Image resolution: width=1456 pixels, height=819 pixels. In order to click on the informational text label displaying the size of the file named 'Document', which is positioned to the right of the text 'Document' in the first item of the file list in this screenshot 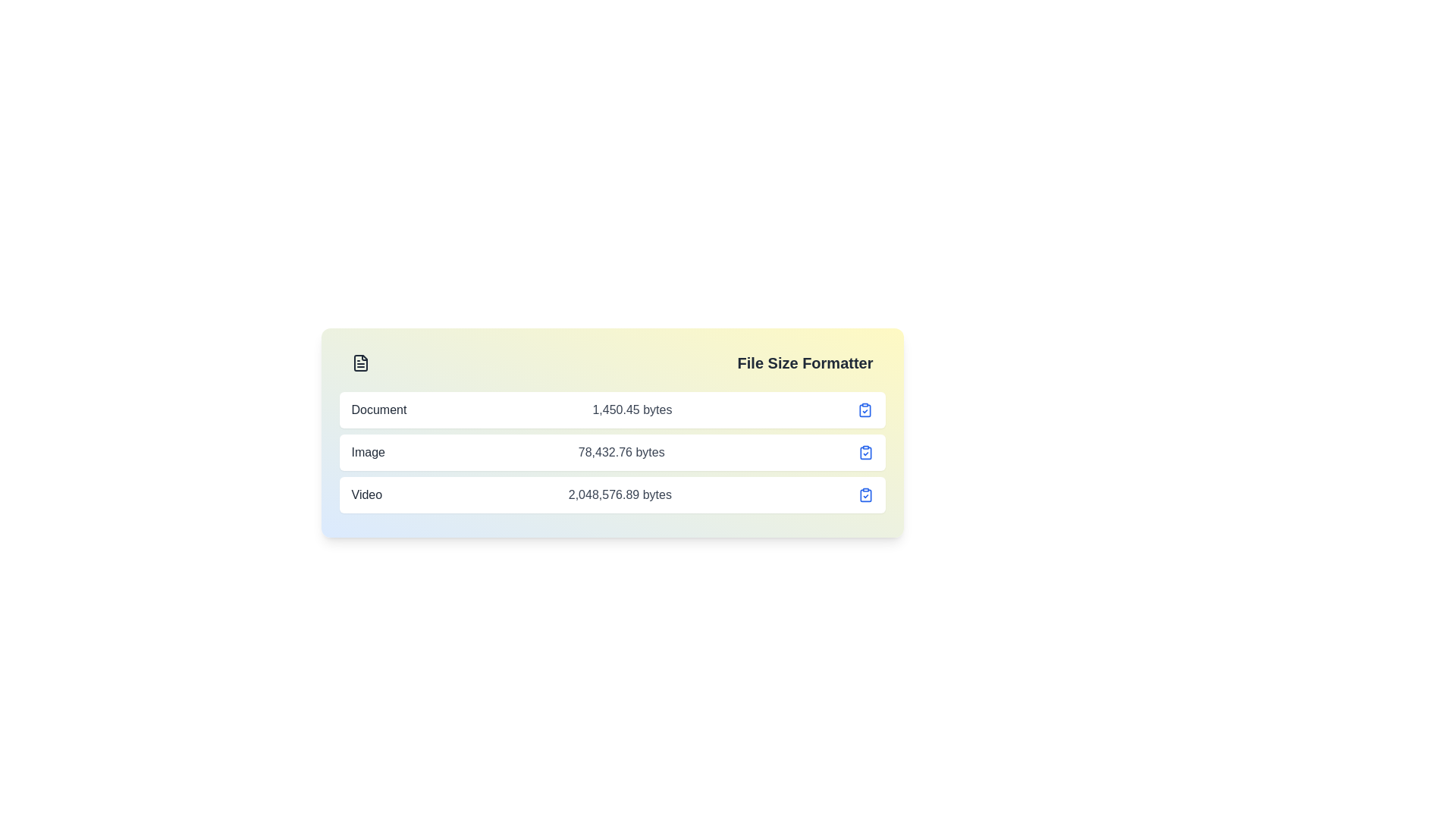, I will do `click(632, 409)`.